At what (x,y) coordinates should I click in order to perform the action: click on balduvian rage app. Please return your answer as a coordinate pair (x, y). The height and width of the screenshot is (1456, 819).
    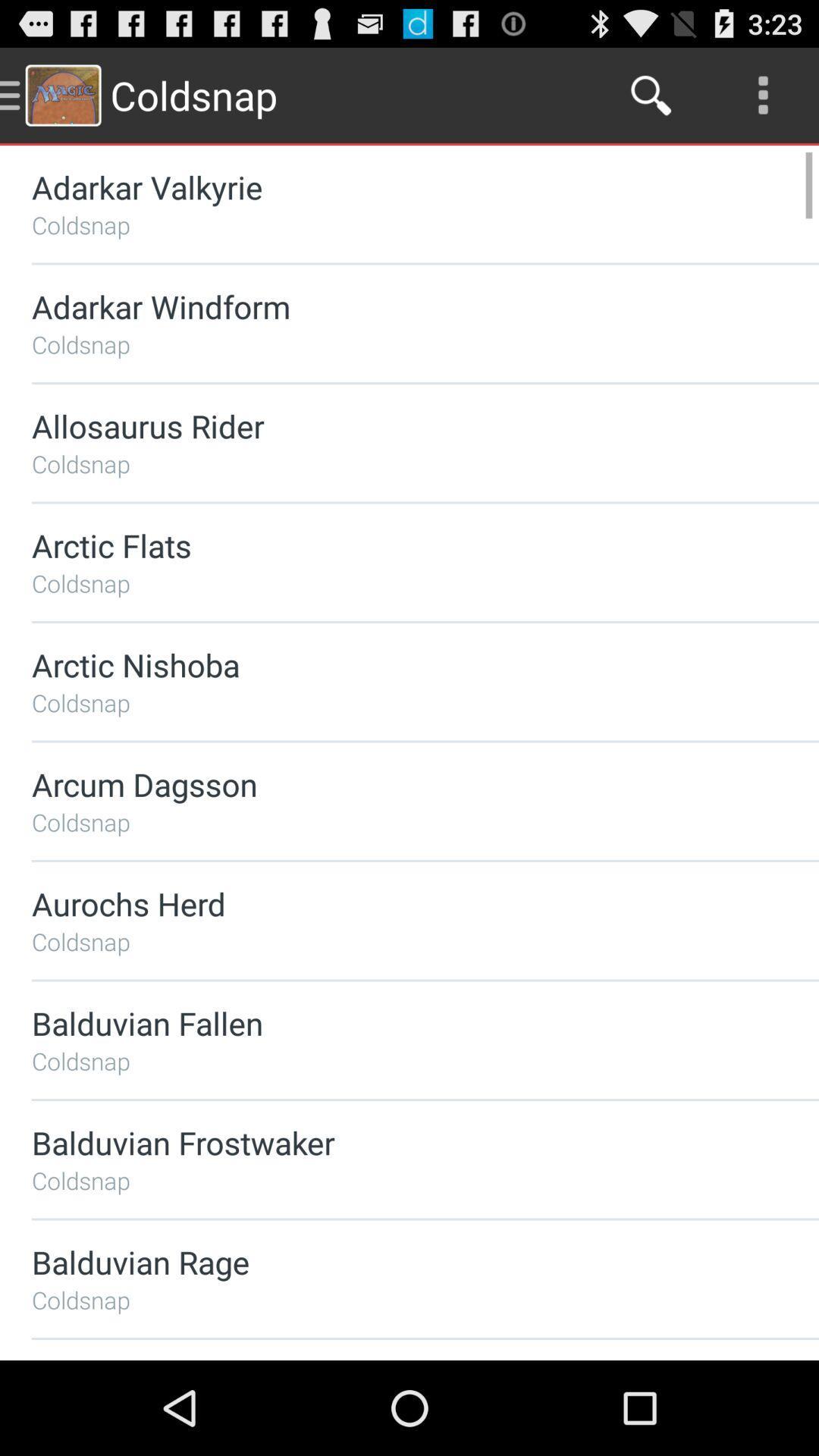
    Looking at the image, I should click on (384, 1262).